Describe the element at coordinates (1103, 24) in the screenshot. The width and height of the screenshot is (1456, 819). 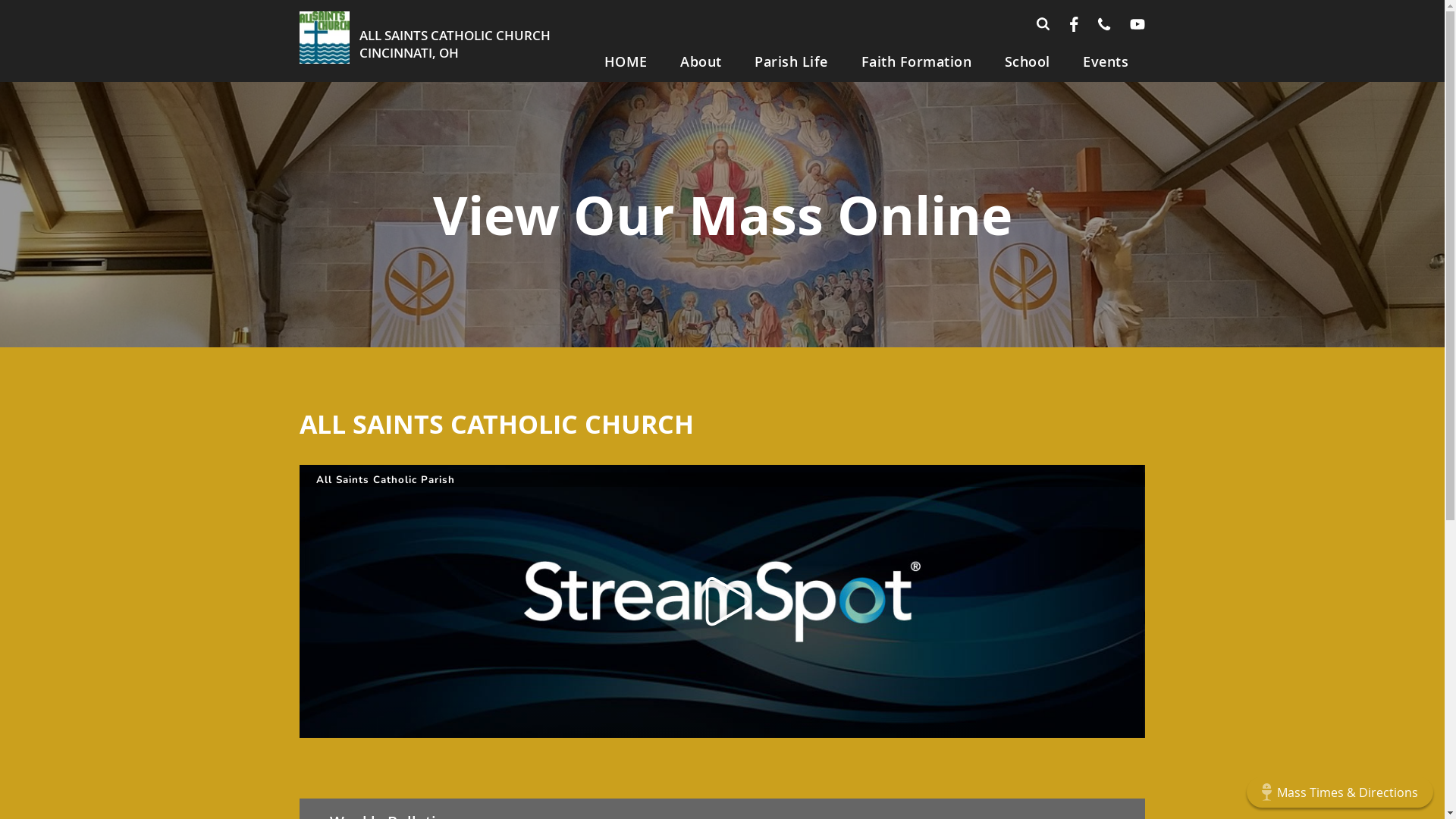
I see `'Phone'` at that location.